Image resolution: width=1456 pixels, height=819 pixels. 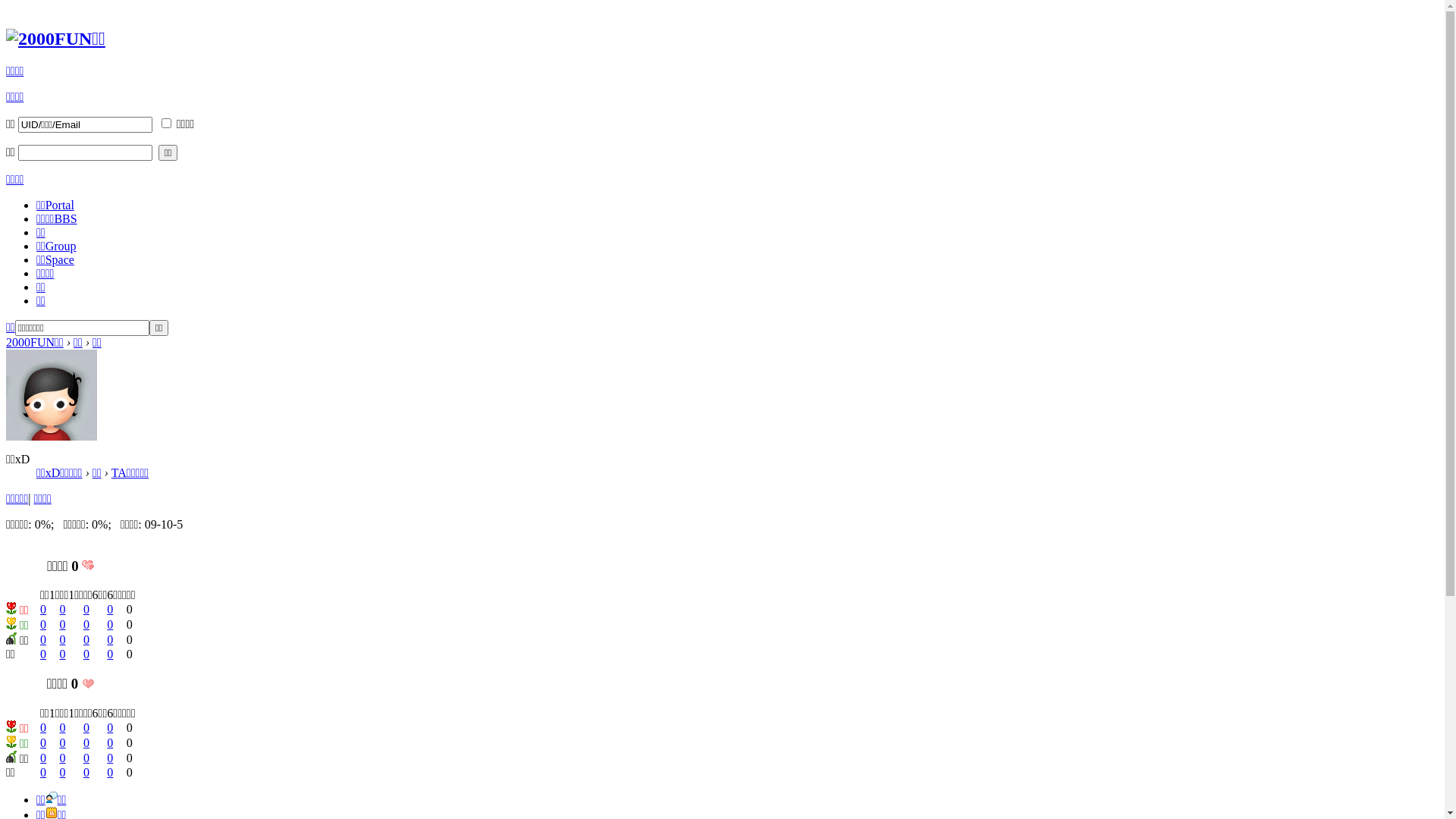 I want to click on '0', so click(x=39, y=653).